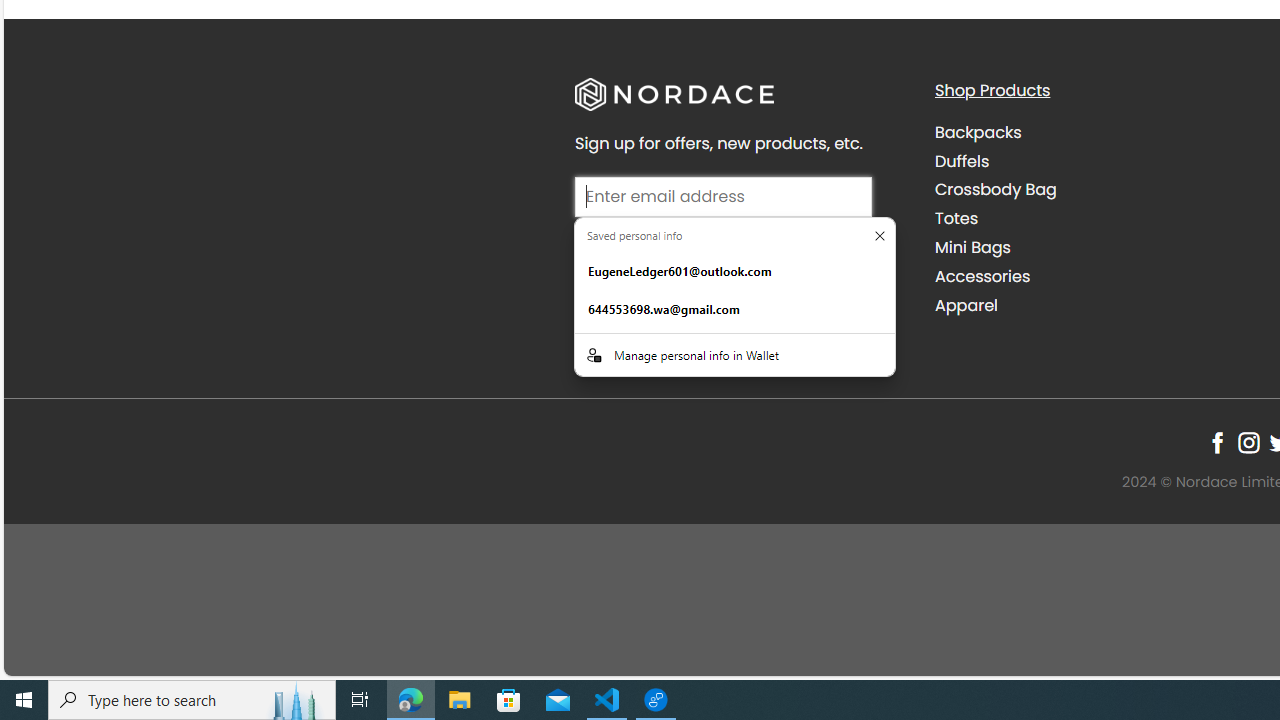 The height and width of the screenshot is (720, 1280). Describe the element at coordinates (733, 353) in the screenshot. I see `'Manage personal info in Wallet'` at that location.